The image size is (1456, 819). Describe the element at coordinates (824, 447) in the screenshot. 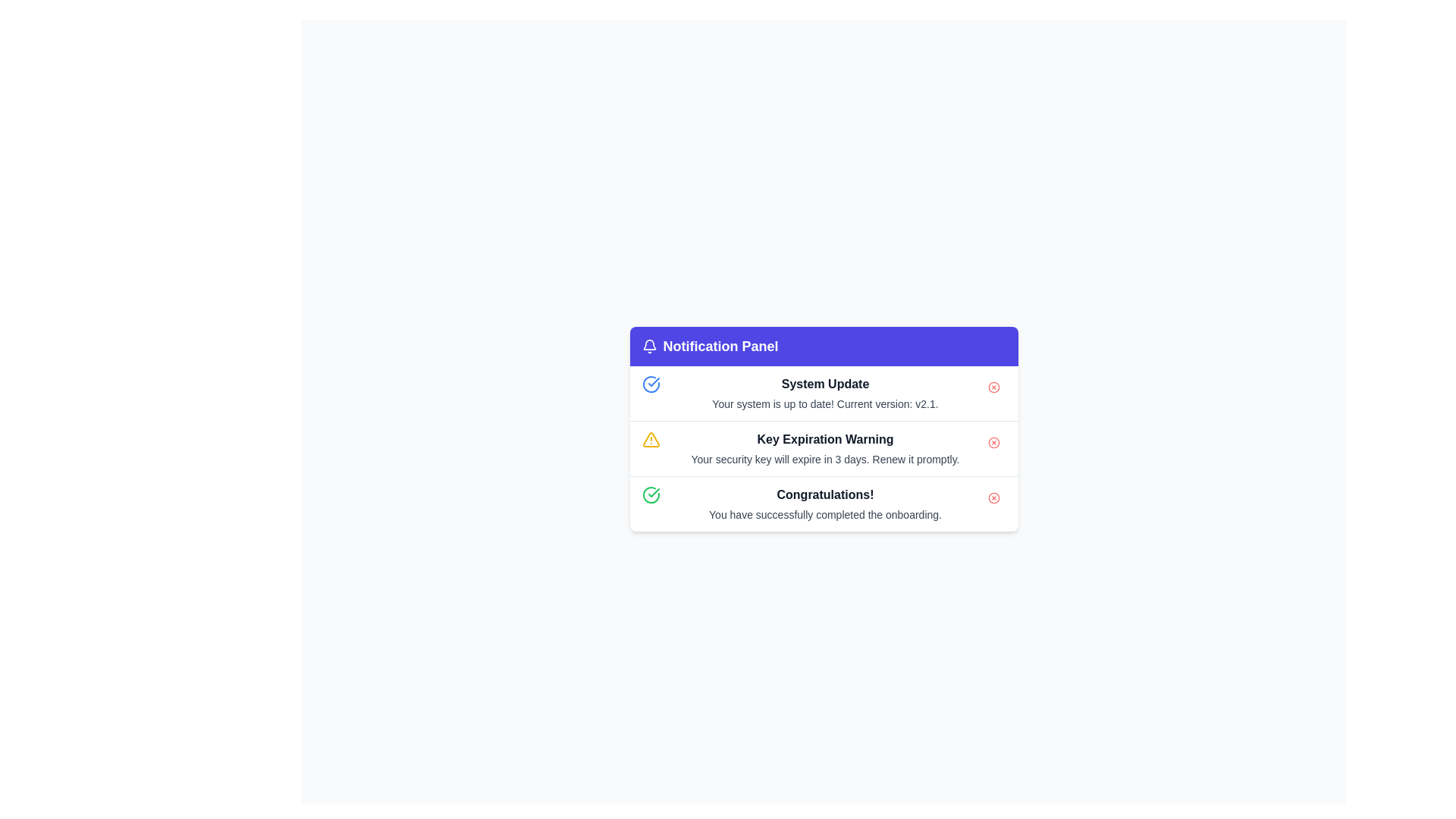

I see `notification message titled 'Key Expiration Warning' which contains the message 'Your security key will expire in 3 days. Renew it promptly.'` at that location.